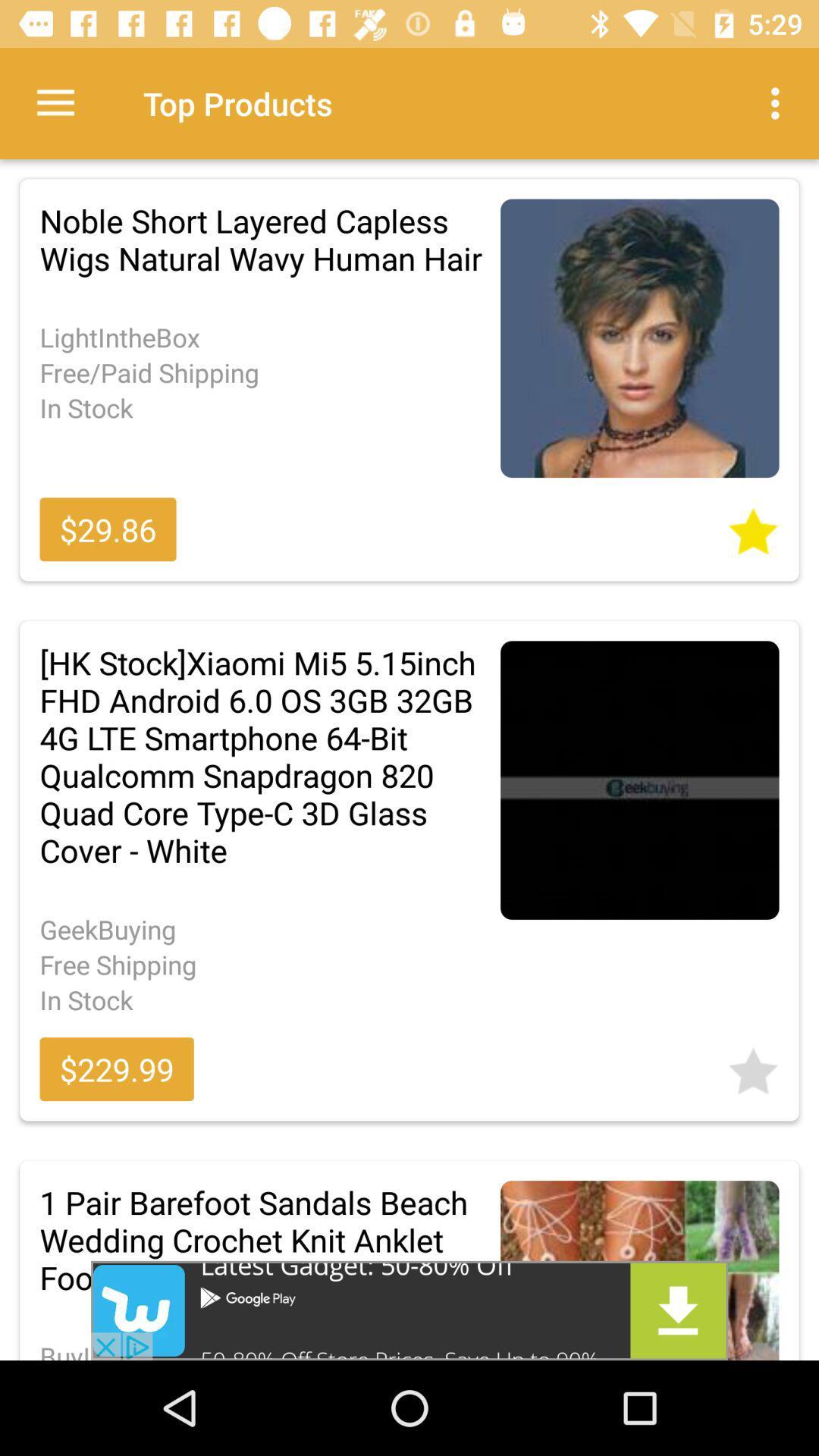  What do you see at coordinates (409, 1310) in the screenshot?
I see `advertisement` at bounding box center [409, 1310].